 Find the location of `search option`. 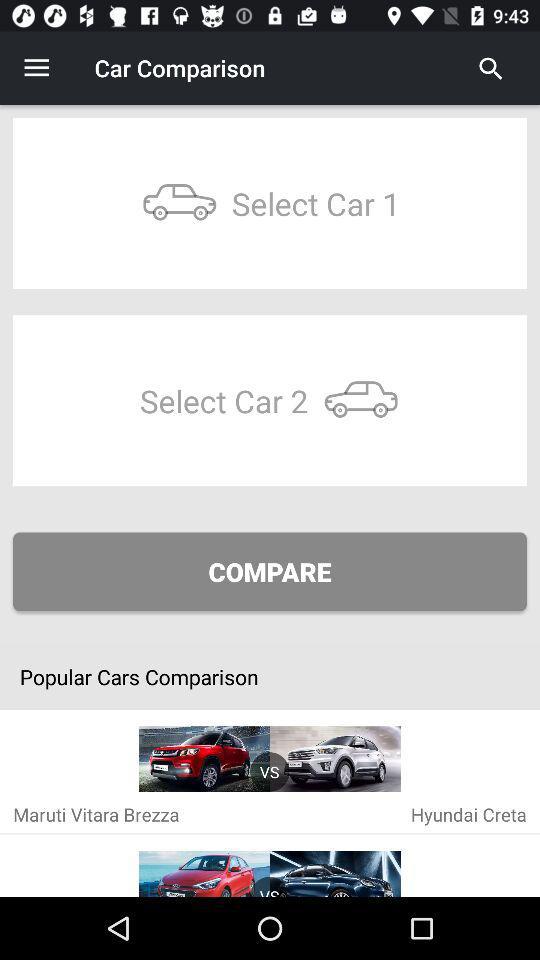

search option is located at coordinates (490, 68).